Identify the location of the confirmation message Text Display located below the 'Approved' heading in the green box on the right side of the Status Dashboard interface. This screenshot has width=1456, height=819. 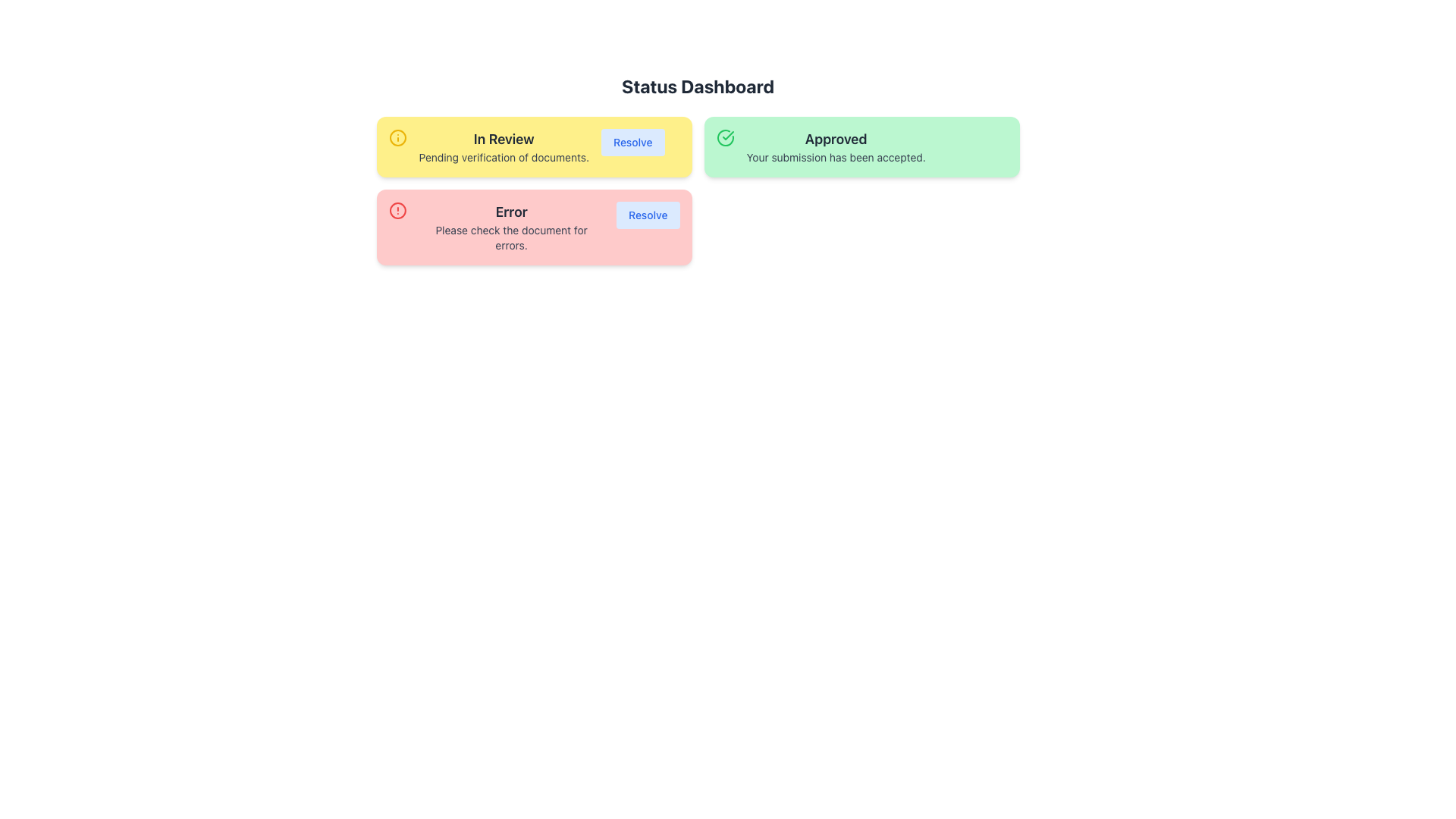
(835, 158).